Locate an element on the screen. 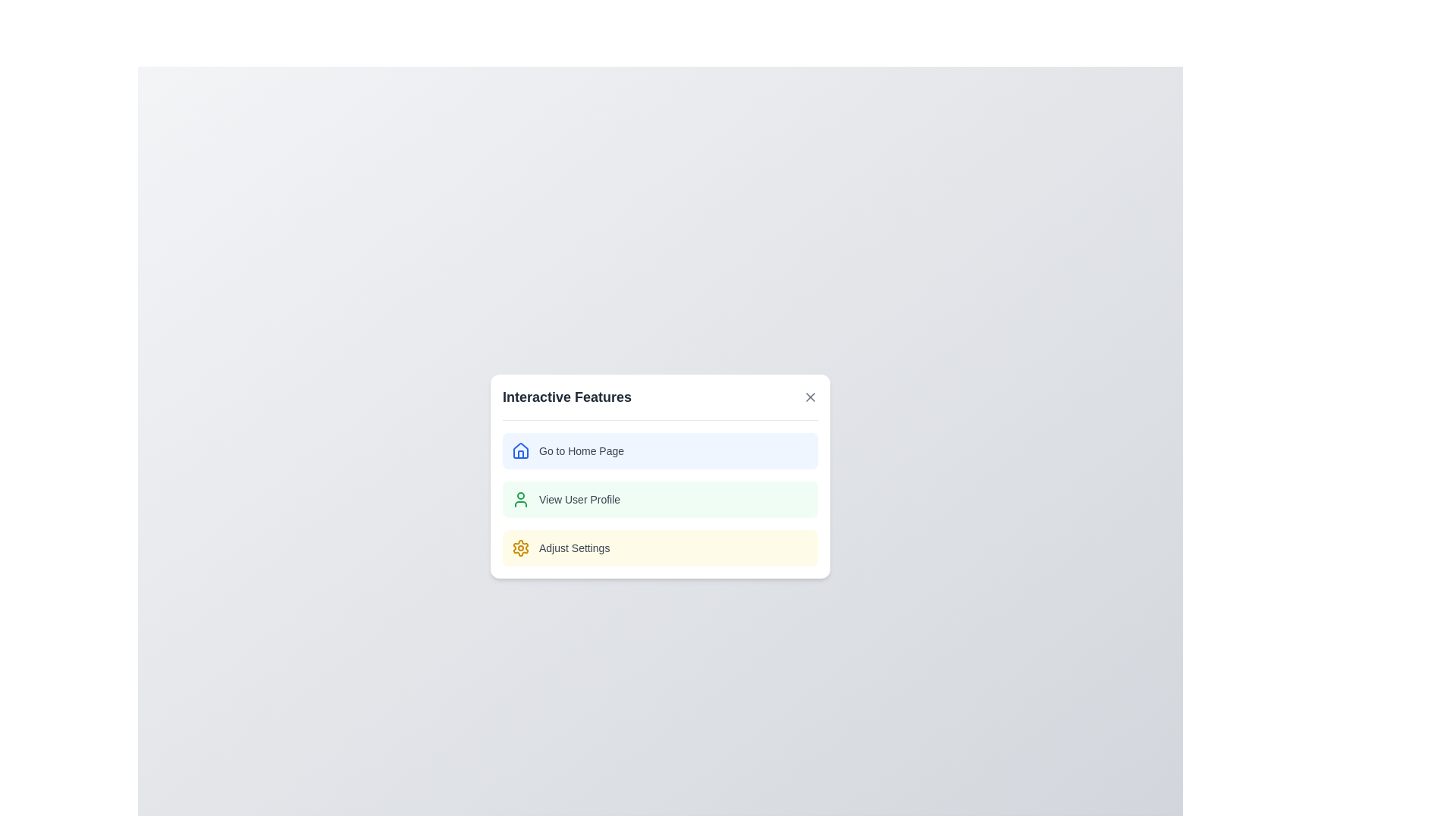 The height and width of the screenshot is (819, 1456). the gear icon located in the bottom section of the 'Interactive Features' menu, specifically the third item labeled 'Adjust Settings' is located at coordinates (520, 547).